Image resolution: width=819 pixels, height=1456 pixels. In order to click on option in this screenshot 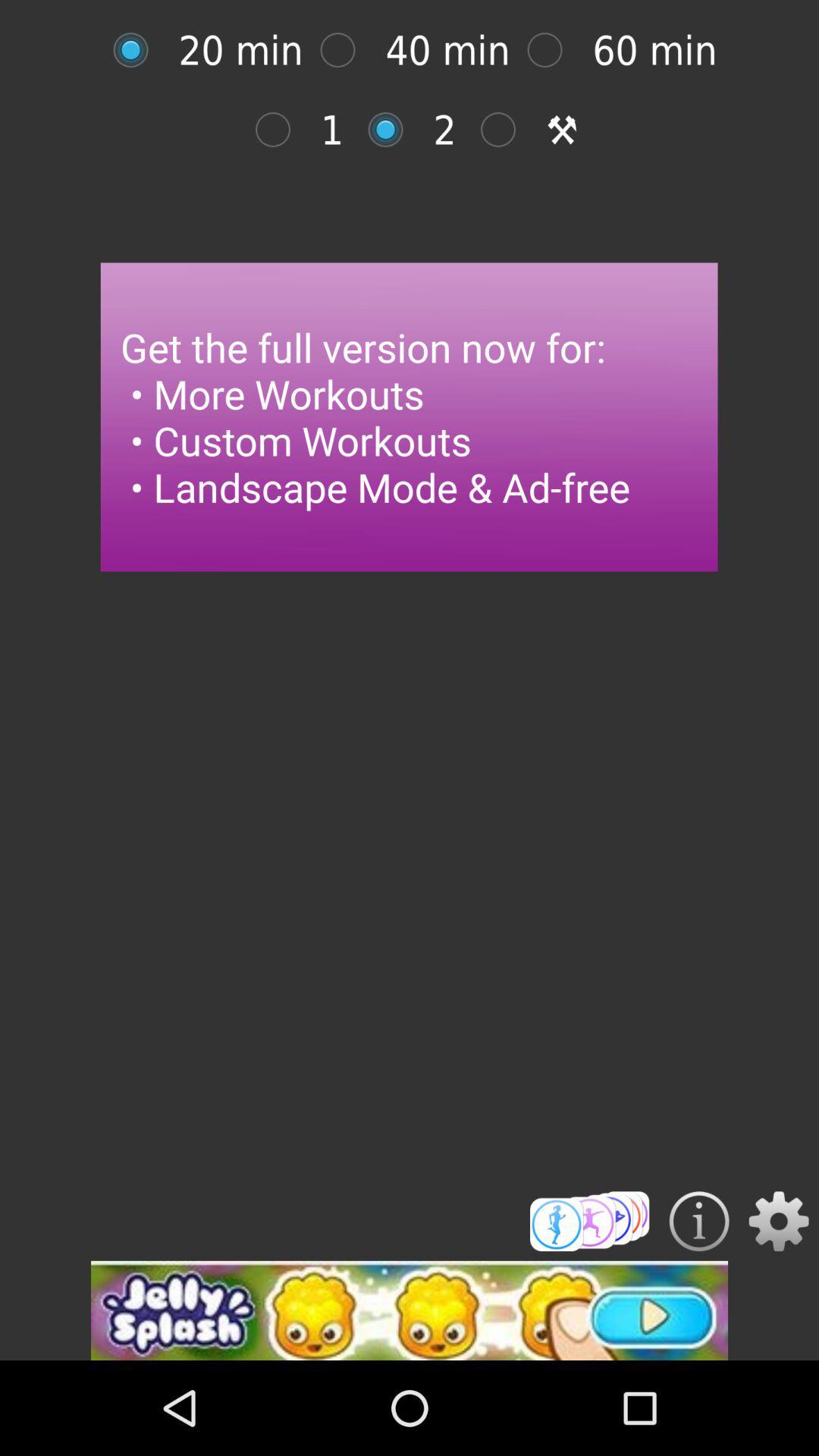, I will do `click(553, 50)`.